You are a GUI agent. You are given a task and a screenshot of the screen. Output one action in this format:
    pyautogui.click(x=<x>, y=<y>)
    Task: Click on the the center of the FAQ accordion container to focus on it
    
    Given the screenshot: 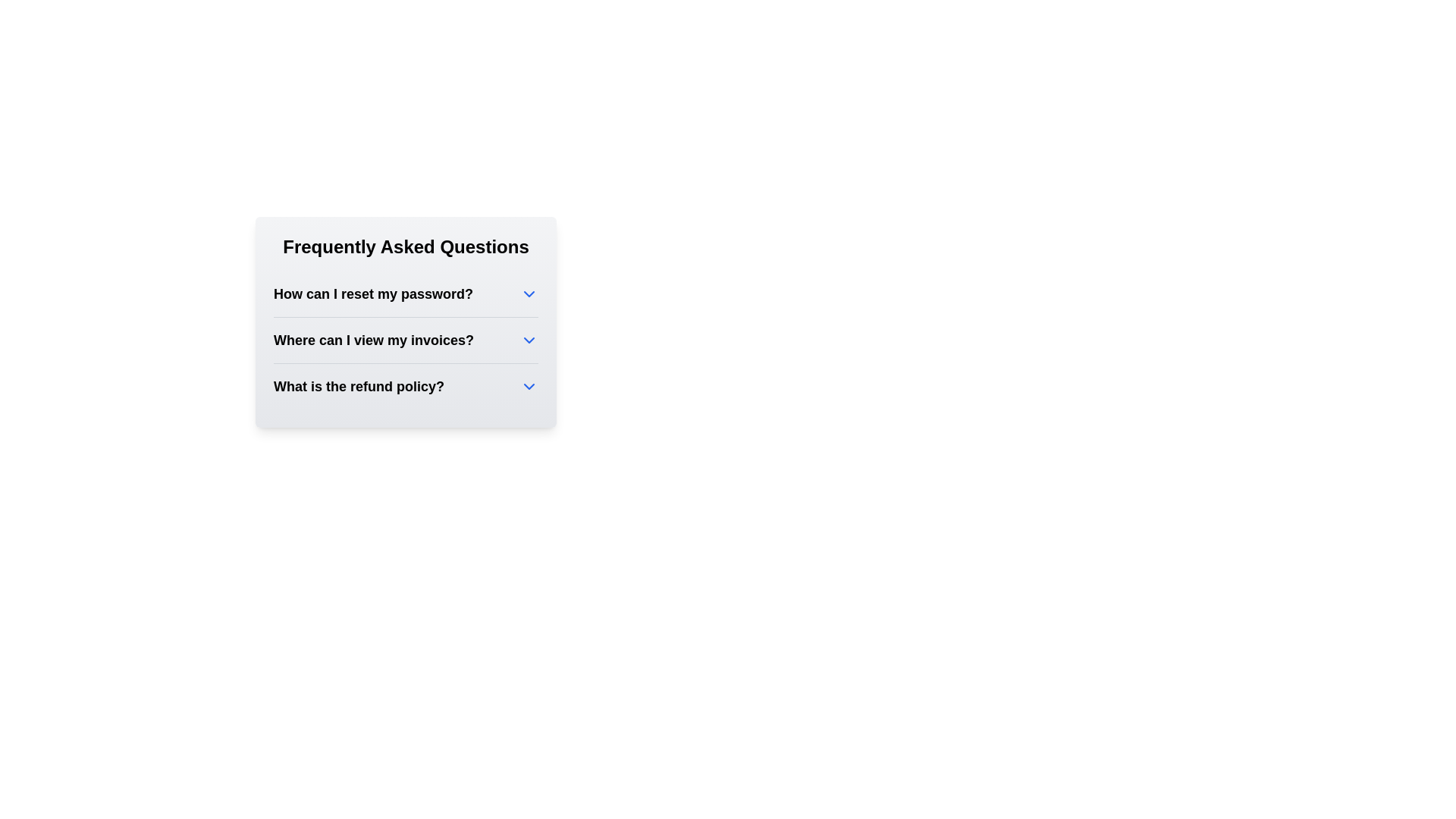 What is the action you would take?
    pyautogui.click(x=406, y=321)
    